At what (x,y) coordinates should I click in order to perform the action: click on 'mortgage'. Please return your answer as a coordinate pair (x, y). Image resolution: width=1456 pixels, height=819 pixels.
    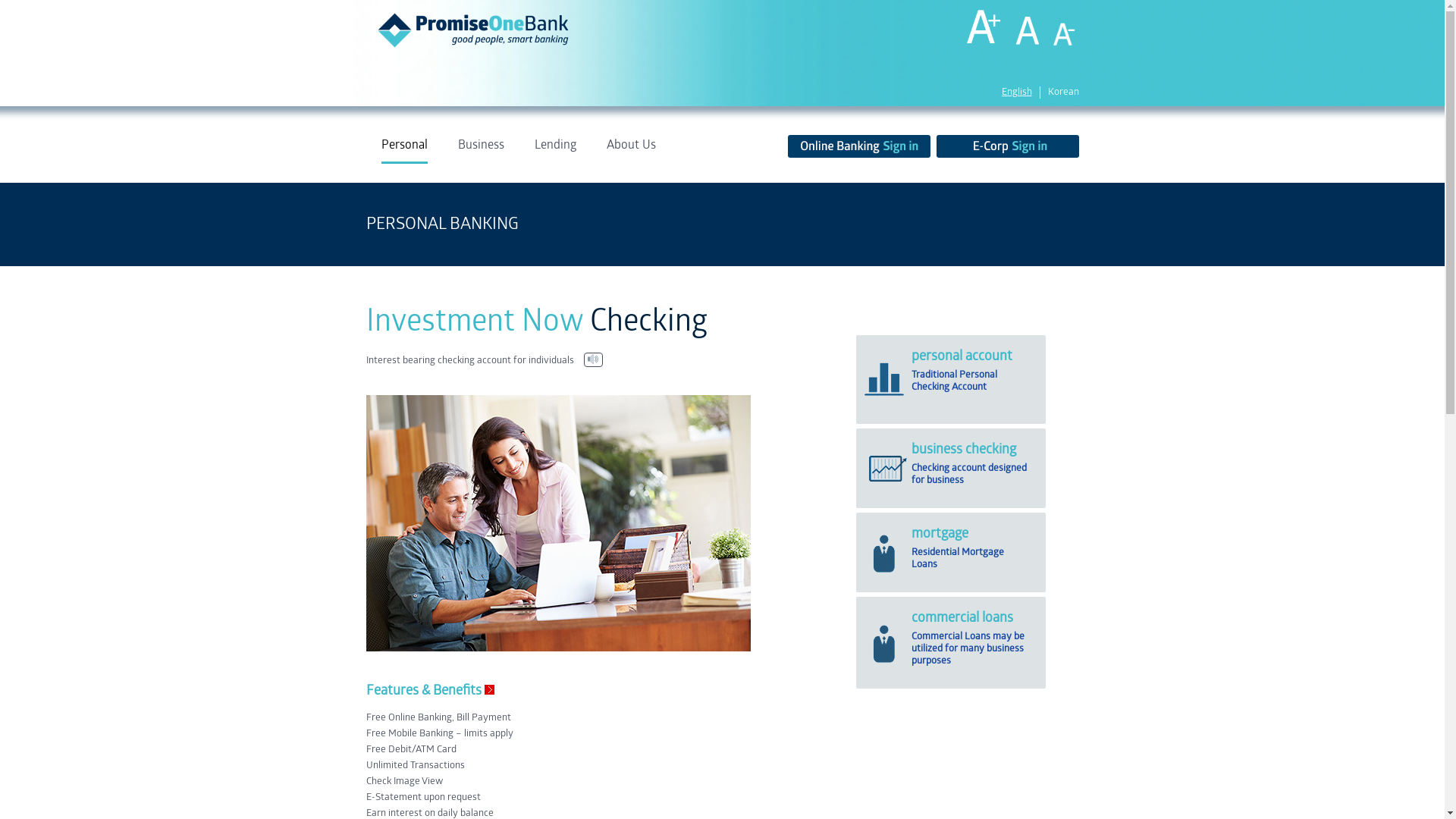
    Looking at the image, I should click on (939, 533).